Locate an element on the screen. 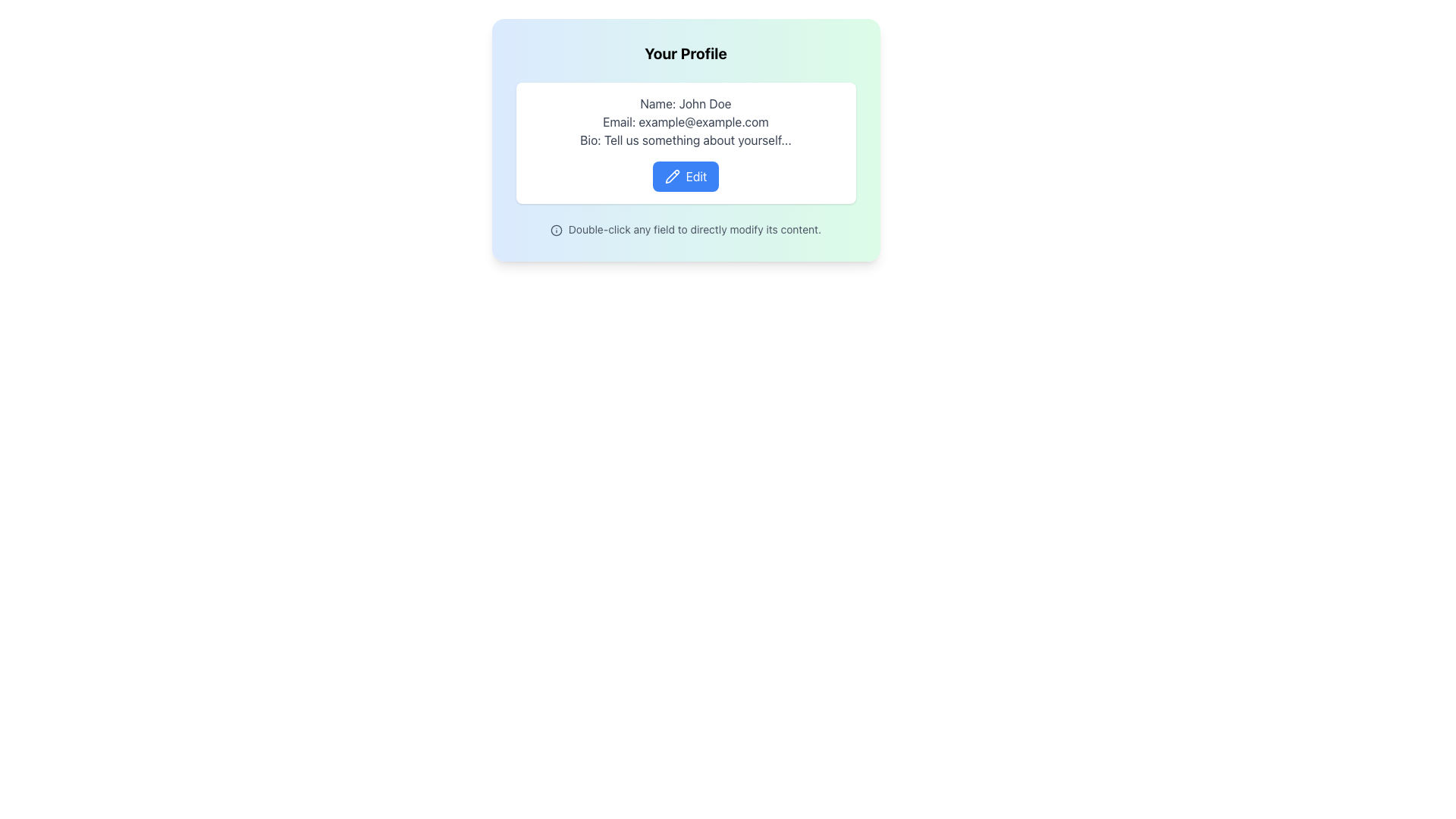 The image size is (1456, 819). the button located at the bottom center of the user profile card is located at coordinates (685, 175).